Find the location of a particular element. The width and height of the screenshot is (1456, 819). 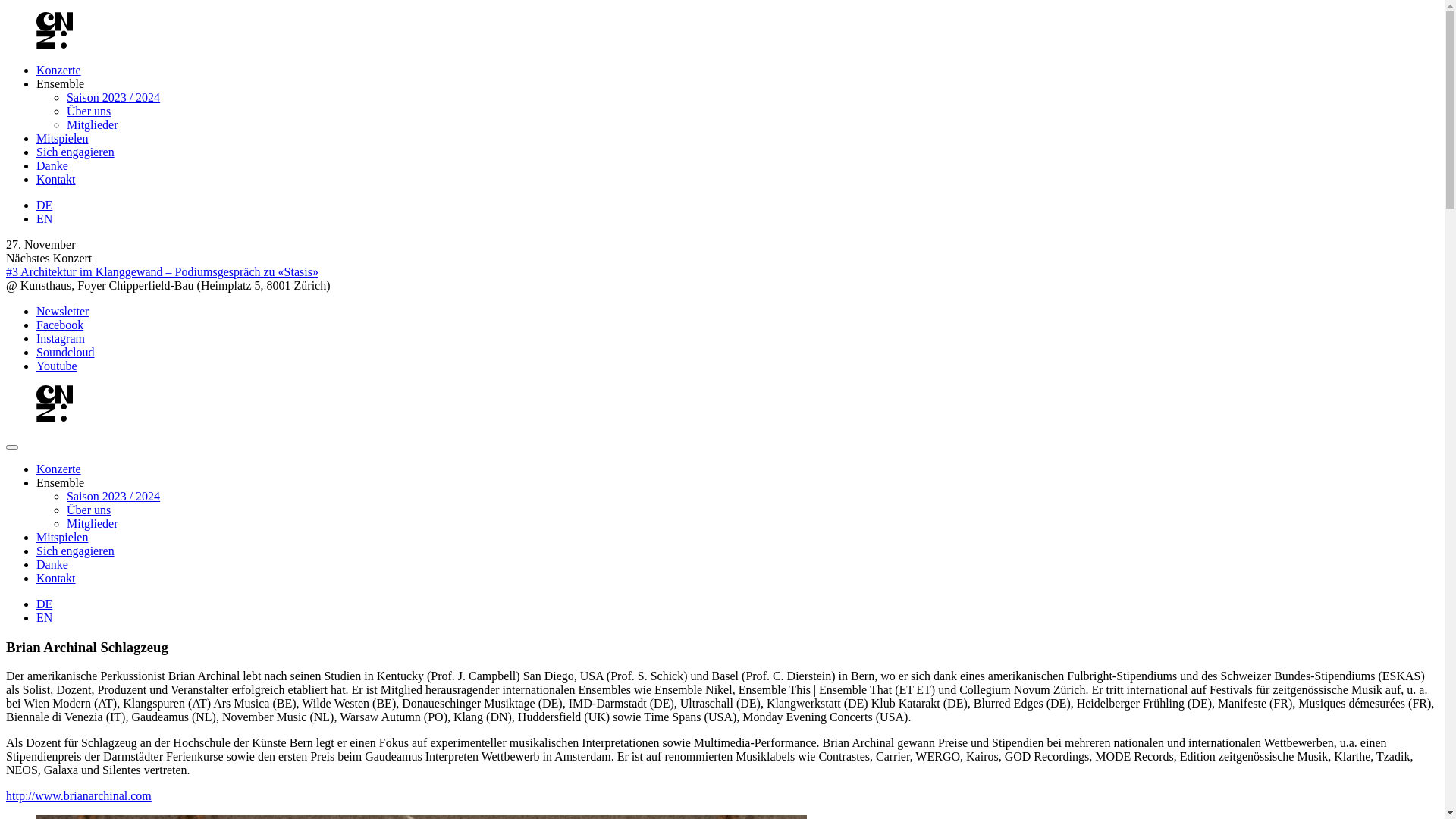

'Mitspielen' is located at coordinates (61, 138).